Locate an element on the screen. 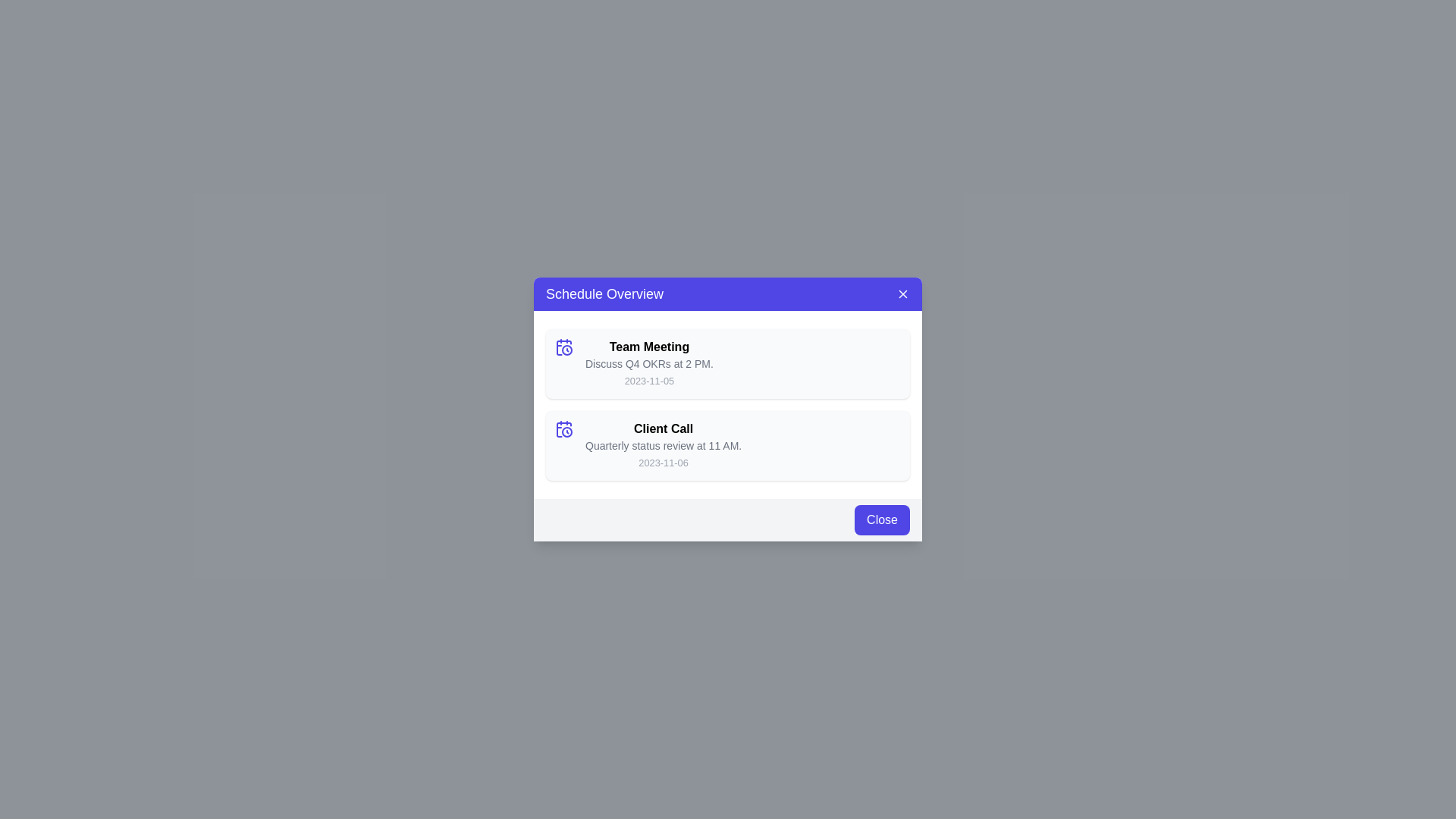  the 'Team Meeting' text block, which includes the heading 'Team Meeting', the description 'Discuss Q4 OKRs at 2 PM.', and the date '2023-11-05' is located at coordinates (649, 363).